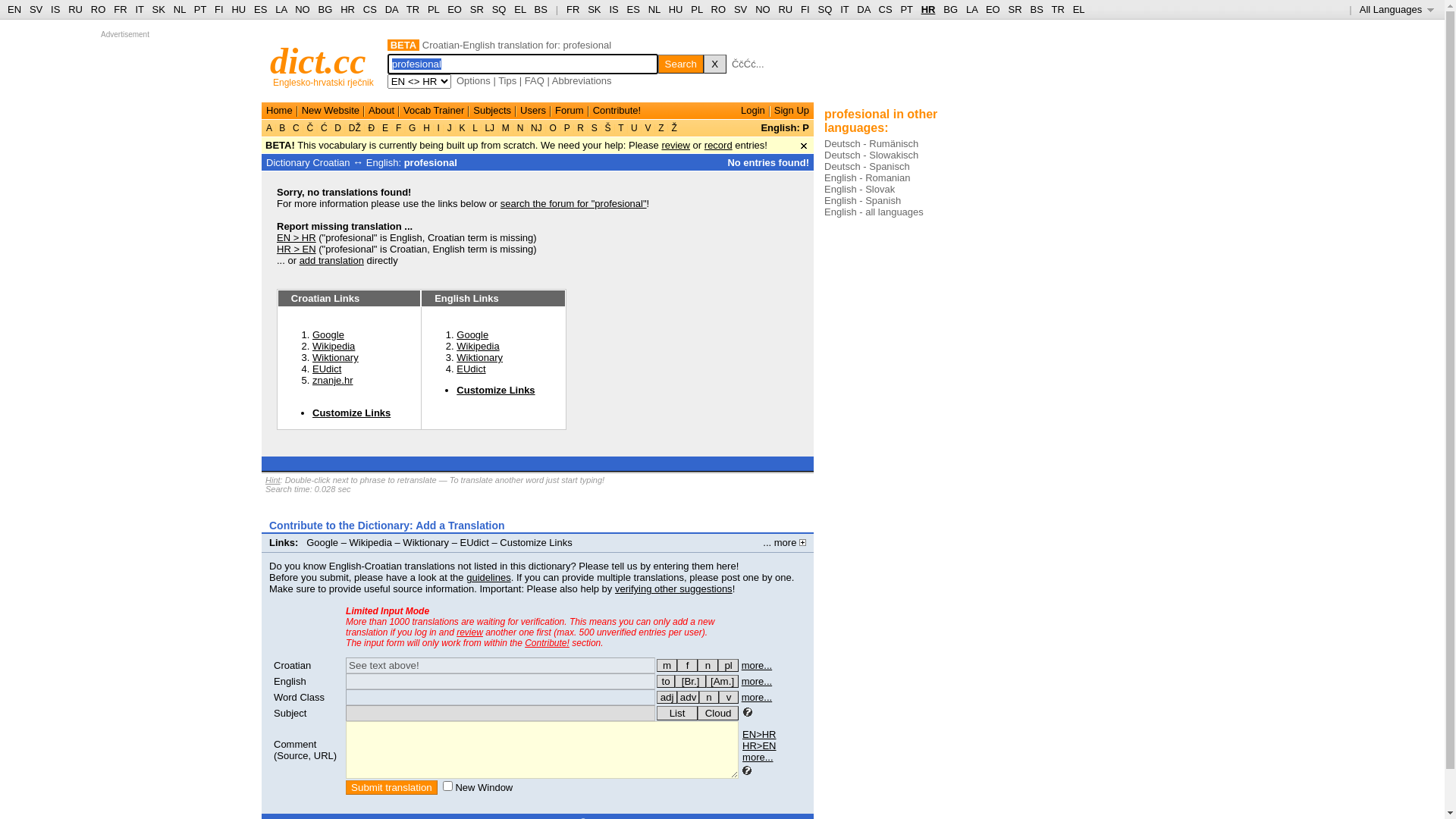 This screenshot has width=1456, height=819. What do you see at coordinates (705, 680) in the screenshot?
I see `'(esp.) American English'` at bounding box center [705, 680].